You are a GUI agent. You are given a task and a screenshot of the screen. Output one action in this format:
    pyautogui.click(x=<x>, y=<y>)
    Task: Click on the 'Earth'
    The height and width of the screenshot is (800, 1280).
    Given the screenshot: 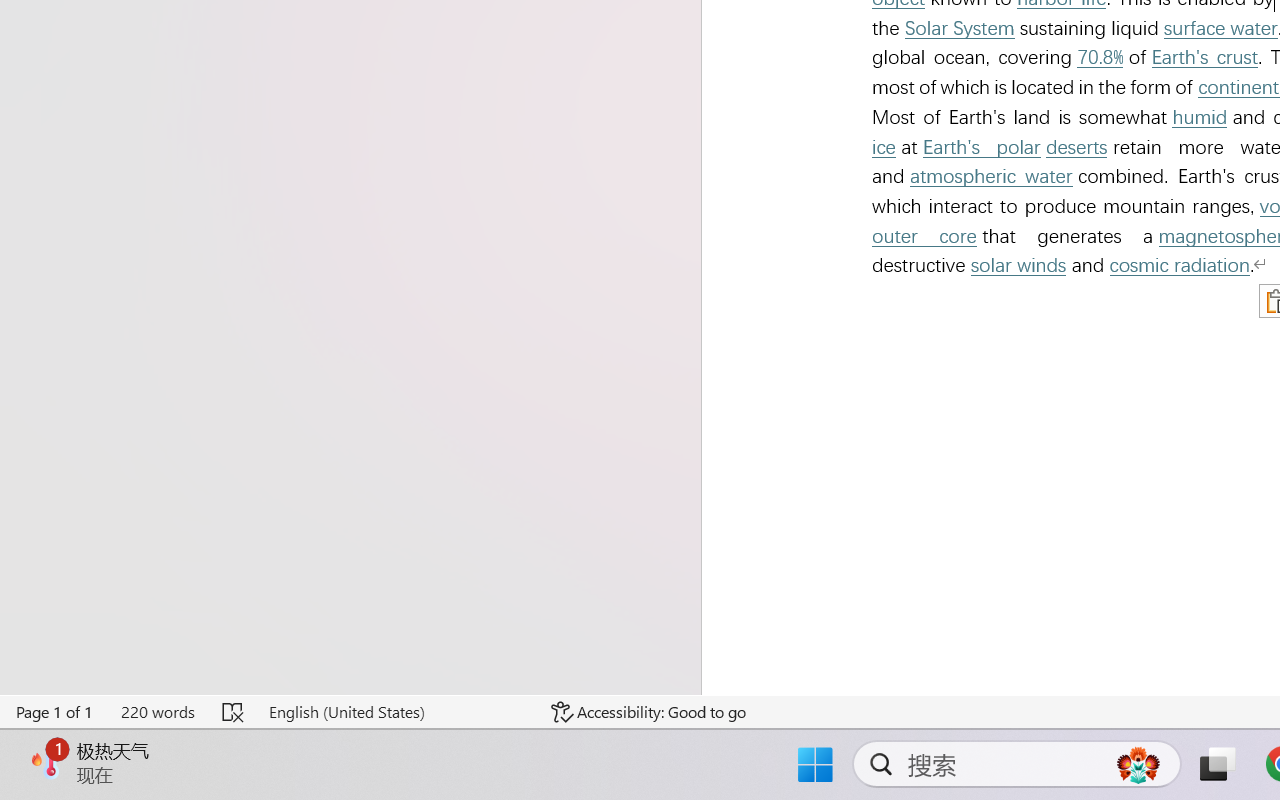 What is the action you would take?
    pyautogui.click(x=1204, y=56)
    